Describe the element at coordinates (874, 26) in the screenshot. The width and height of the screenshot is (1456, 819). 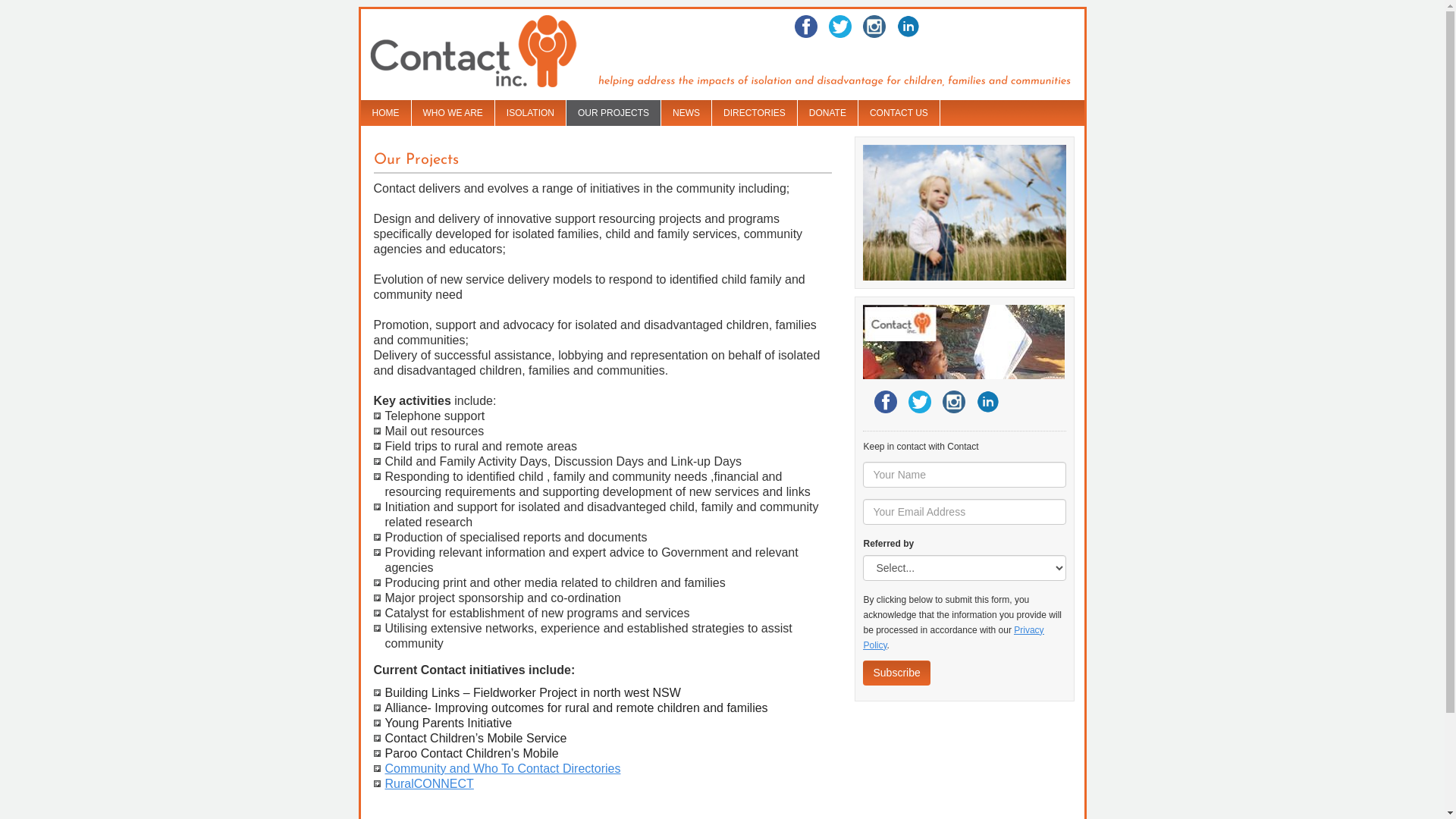
I see `'Twitter'` at that location.